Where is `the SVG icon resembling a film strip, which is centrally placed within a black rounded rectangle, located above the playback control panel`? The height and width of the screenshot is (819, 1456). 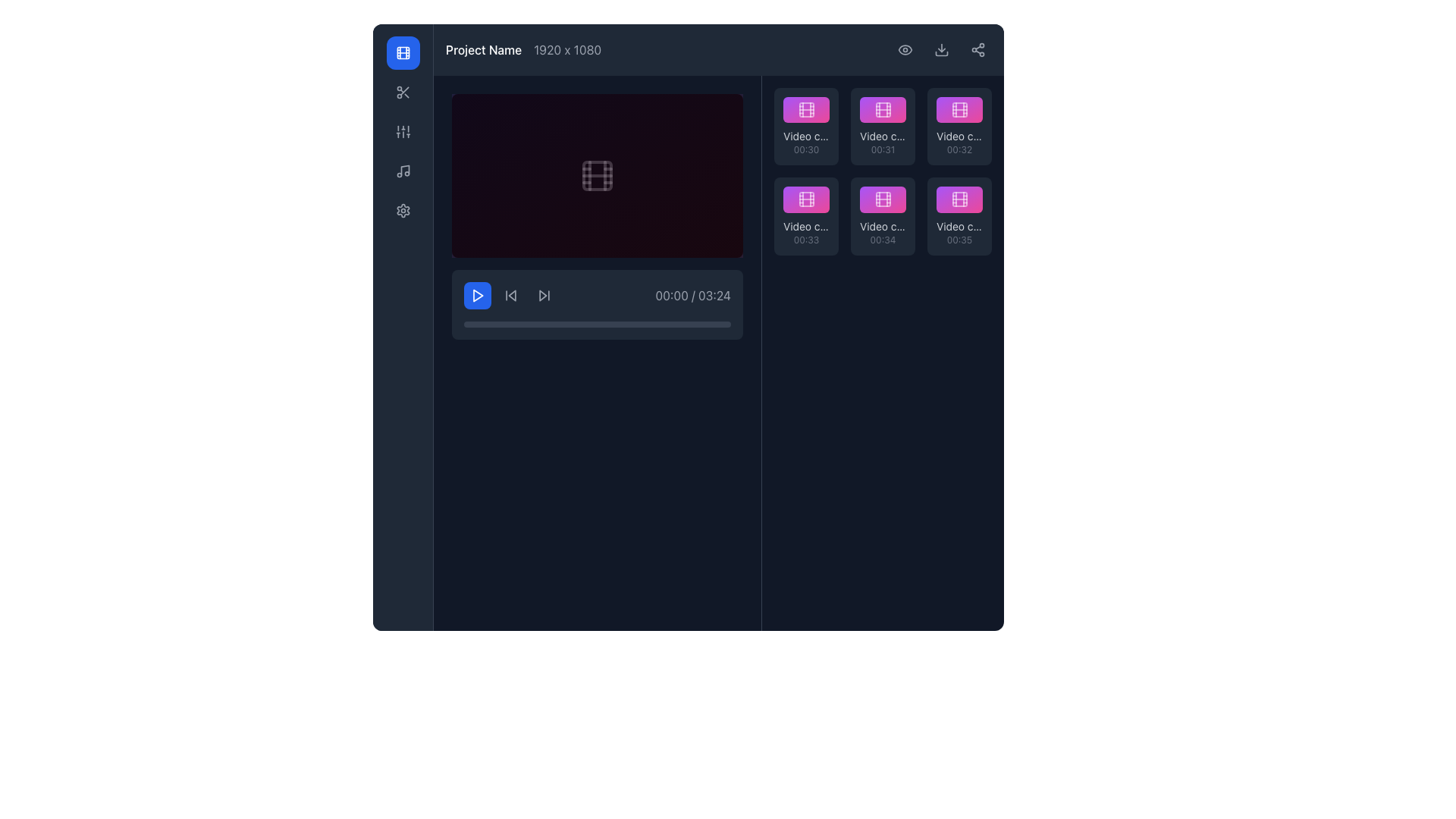
the SVG icon resembling a film strip, which is centrally placed within a black rounded rectangle, located above the playback control panel is located at coordinates (596, 174).